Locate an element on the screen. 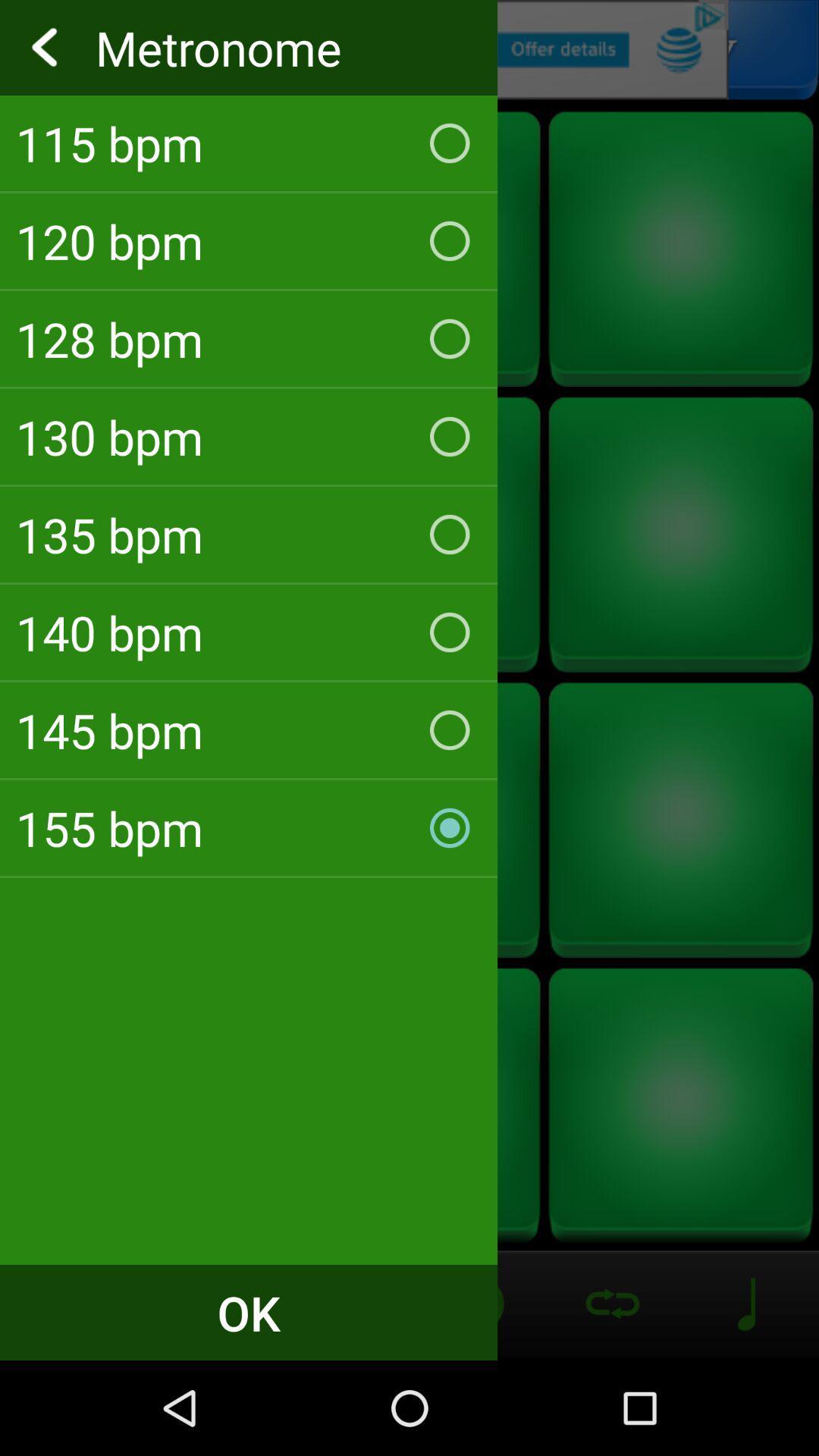 The height and width of the screenshot is (1456, 819). the 135 bpm is located at coordinates (248, 535).